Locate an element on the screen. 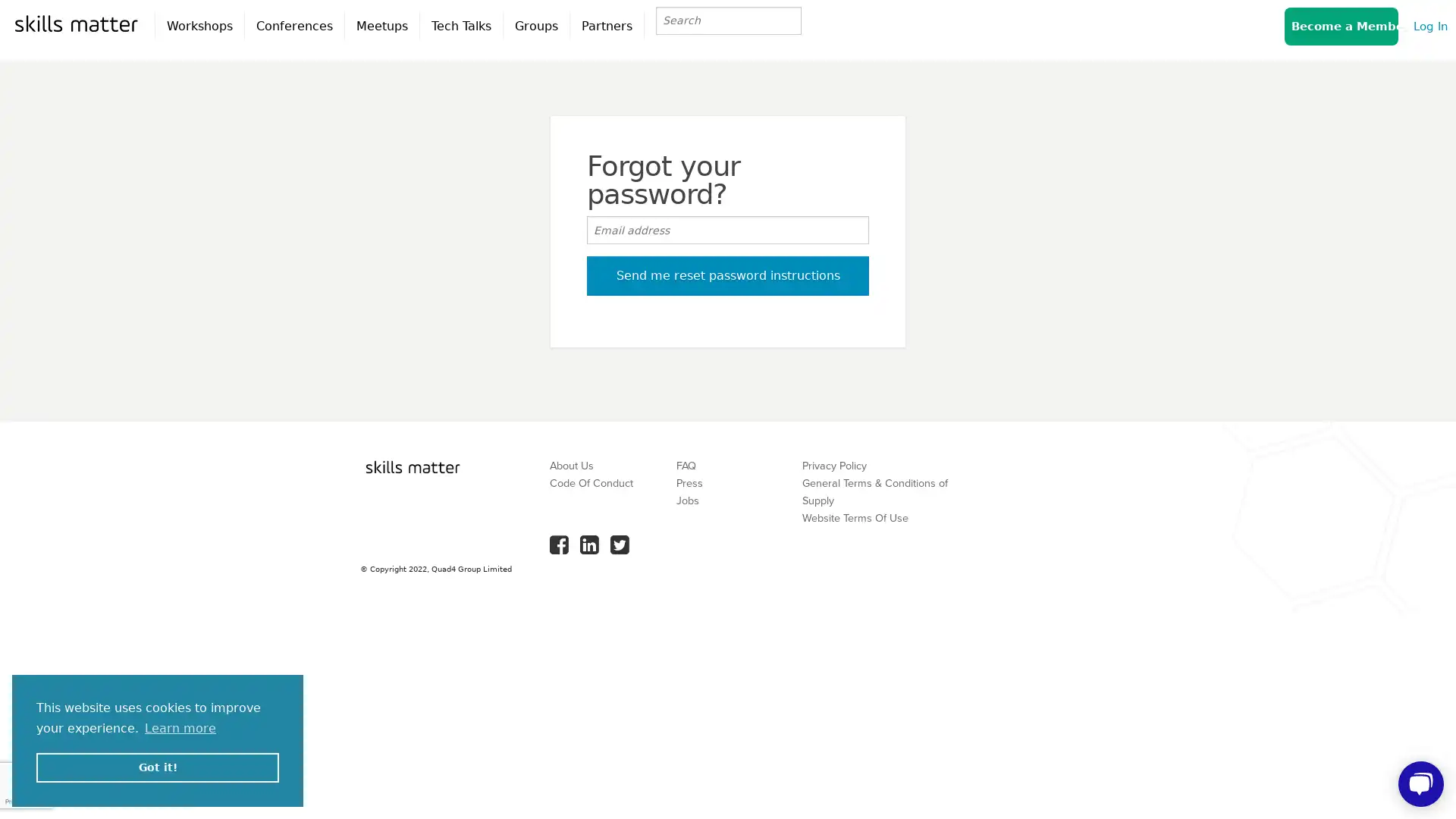  dismiss cookie message is located at coordinates (157, 767).